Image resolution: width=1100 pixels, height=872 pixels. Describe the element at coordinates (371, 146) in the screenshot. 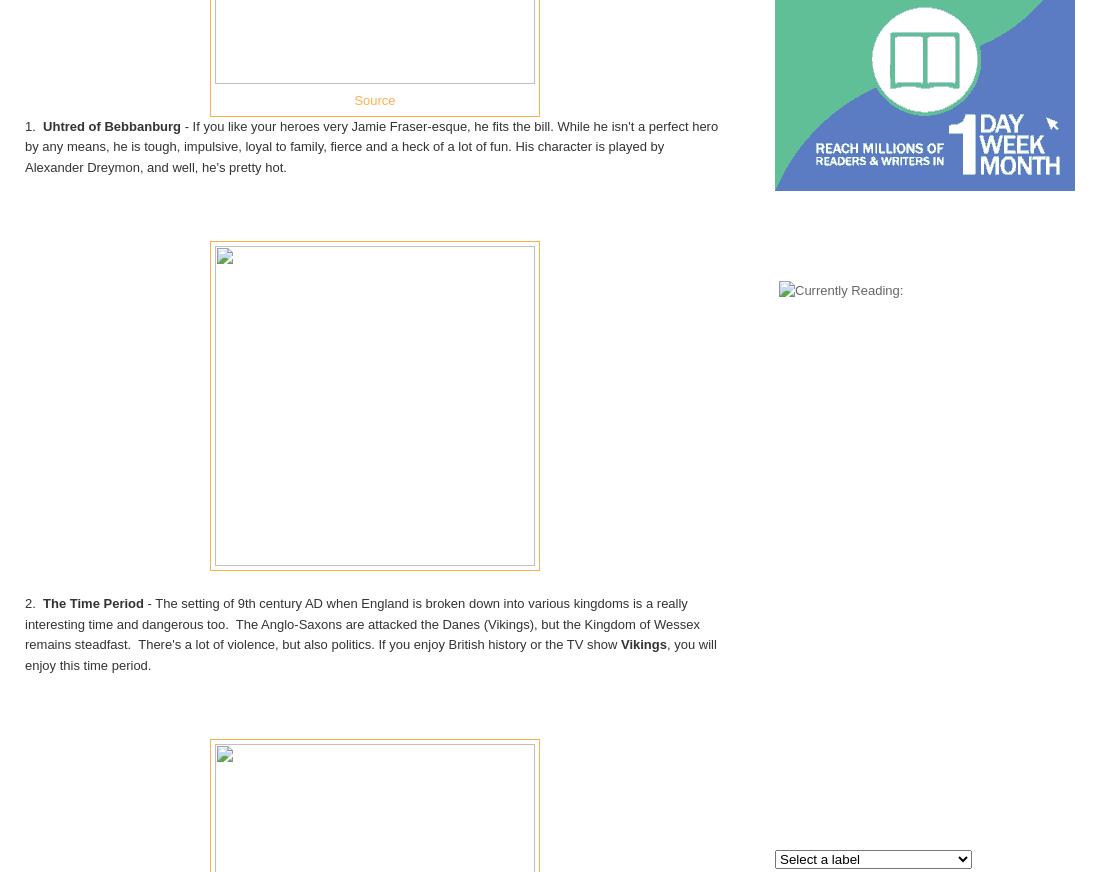

I see `'- If you like your heroes very Jamie Fraser-esque, he fits the bill. While he isn't a perfect hero by any means, he is tough, impulsive, loyal to family, fierce and a heck of a lot of fun. His character is played by Alexander Dreymon, and well, he's pretty hot.'` at that location.